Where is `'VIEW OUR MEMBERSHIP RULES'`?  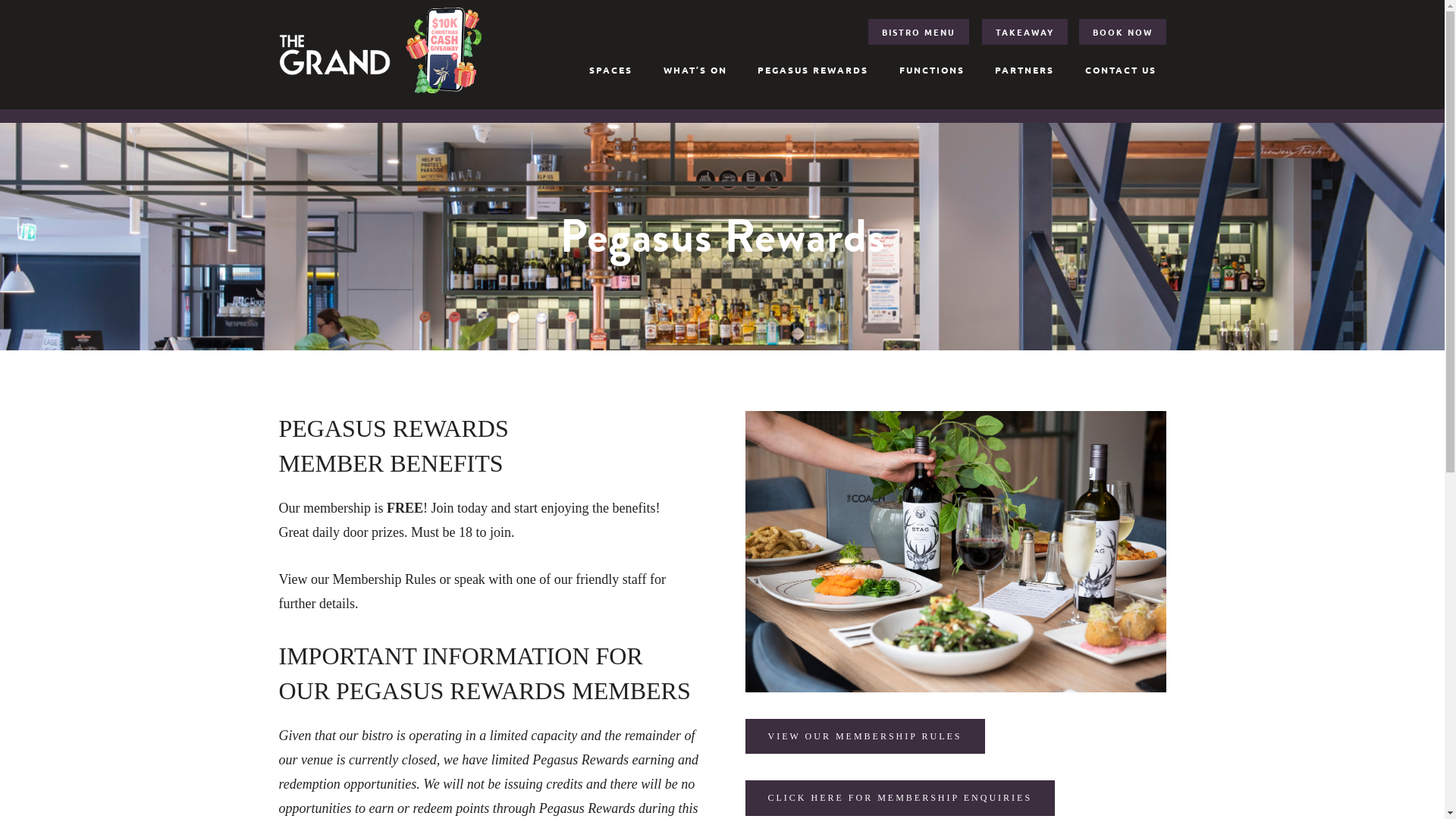
'VIEW OUR MEMBERSHIP RULES' is located at coordinates (745, 736).